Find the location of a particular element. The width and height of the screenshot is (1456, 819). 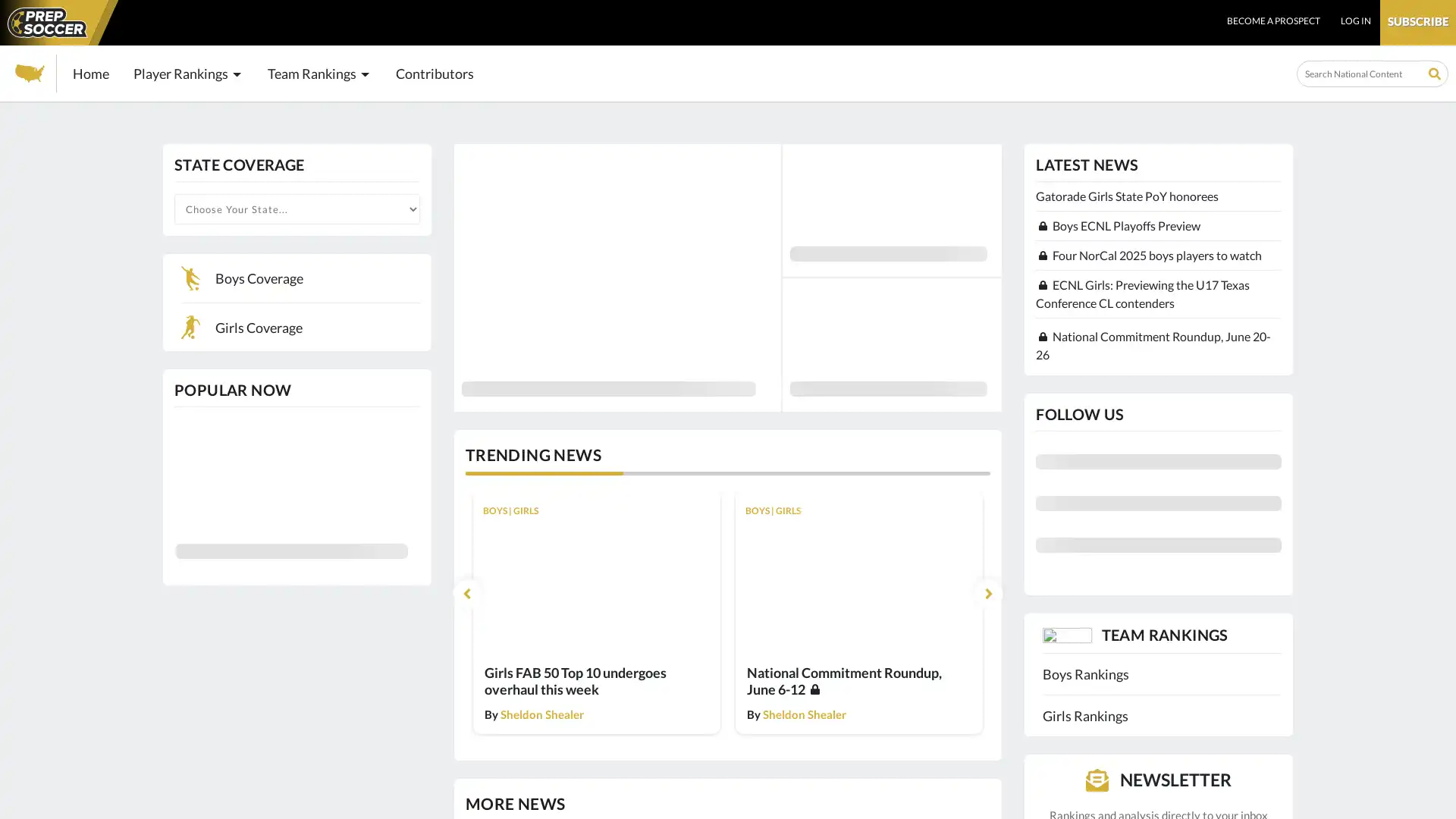

Next is located at coordinates (987, 592).